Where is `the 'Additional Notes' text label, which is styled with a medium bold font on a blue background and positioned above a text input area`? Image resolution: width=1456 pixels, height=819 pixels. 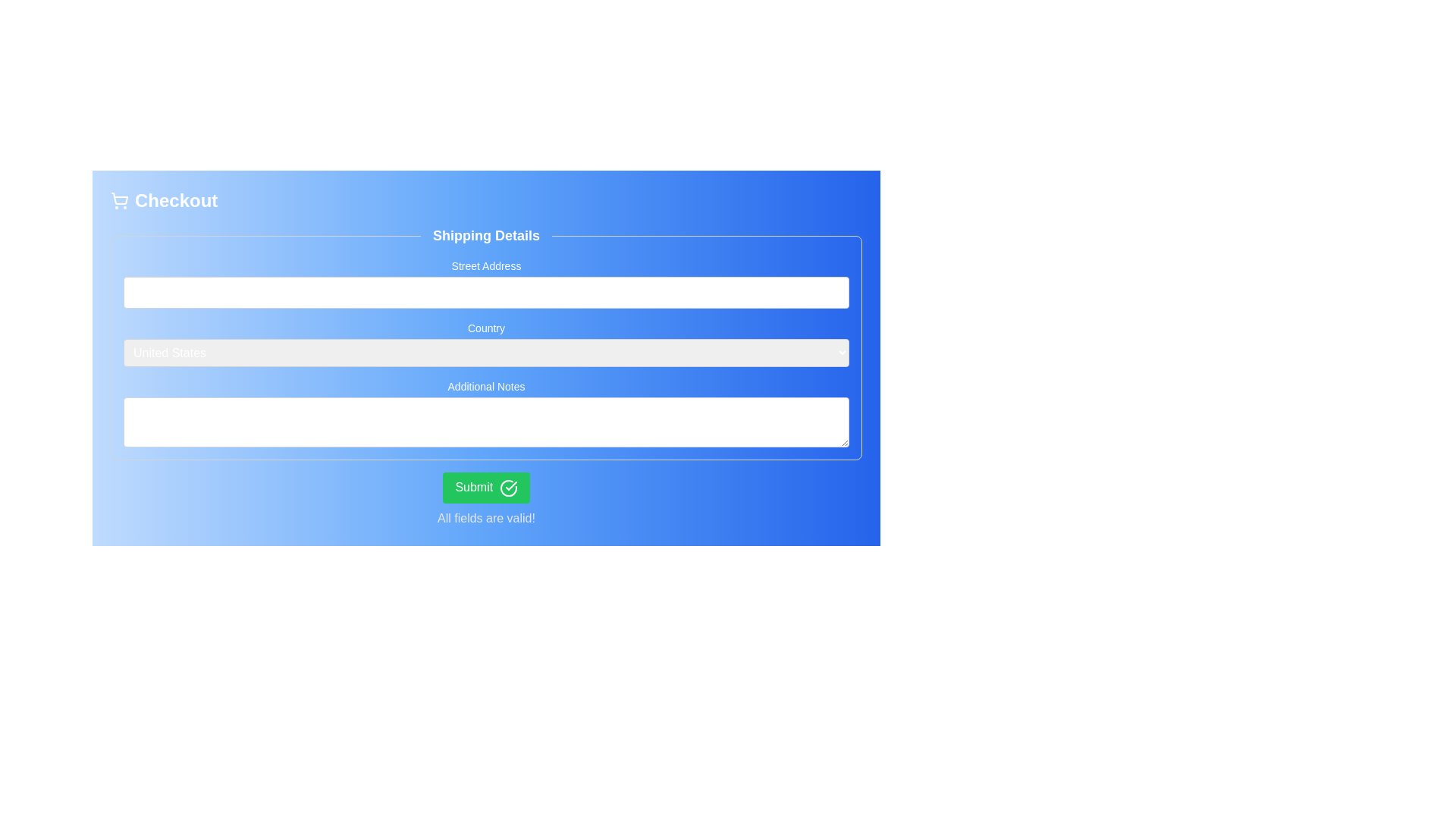 the 'Additional Notes' text label, which is styled with a medium bold font on a blue background and positioned above a text input area is located at coordinates (486, 385).